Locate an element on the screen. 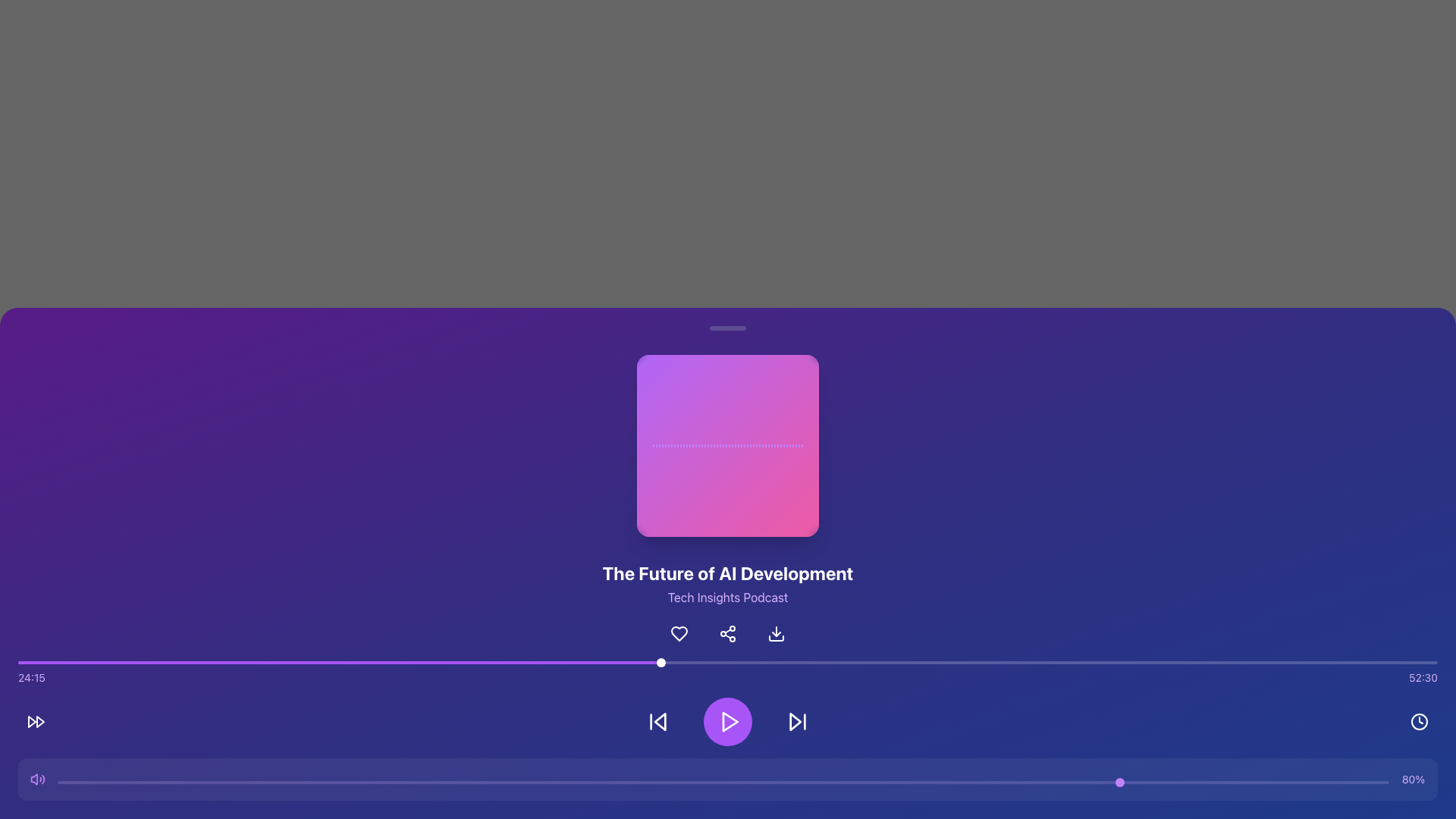 The image size is (1456, 819). progress is located at coordinates (267, 662).